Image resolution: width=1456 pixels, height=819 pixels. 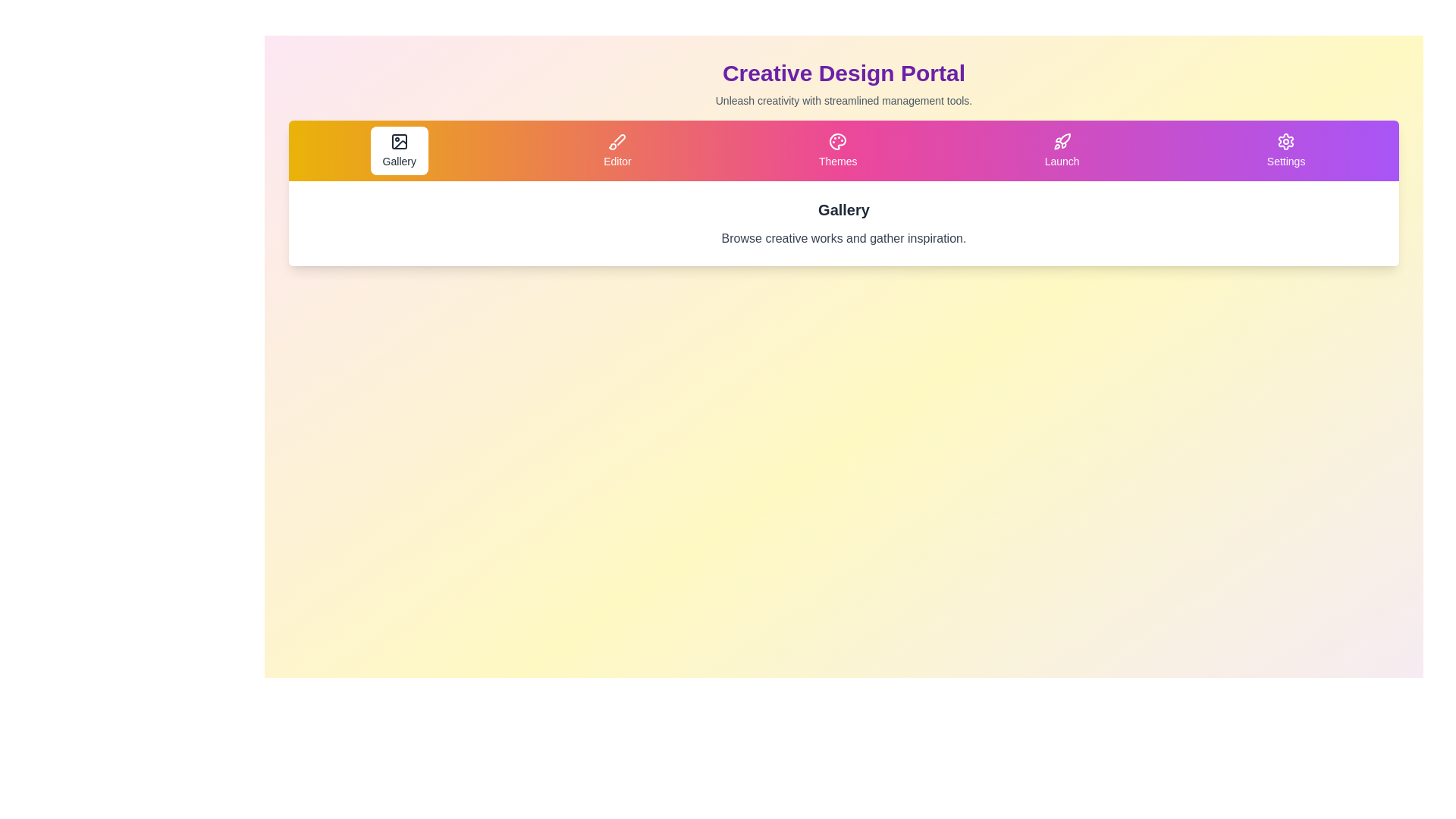 What do you see at coordinates (399, 151) in the screenshot?
I see `the 'Gallery' button, which has a white background and an icon with the label beneath it` at bounding box center [399, 151].